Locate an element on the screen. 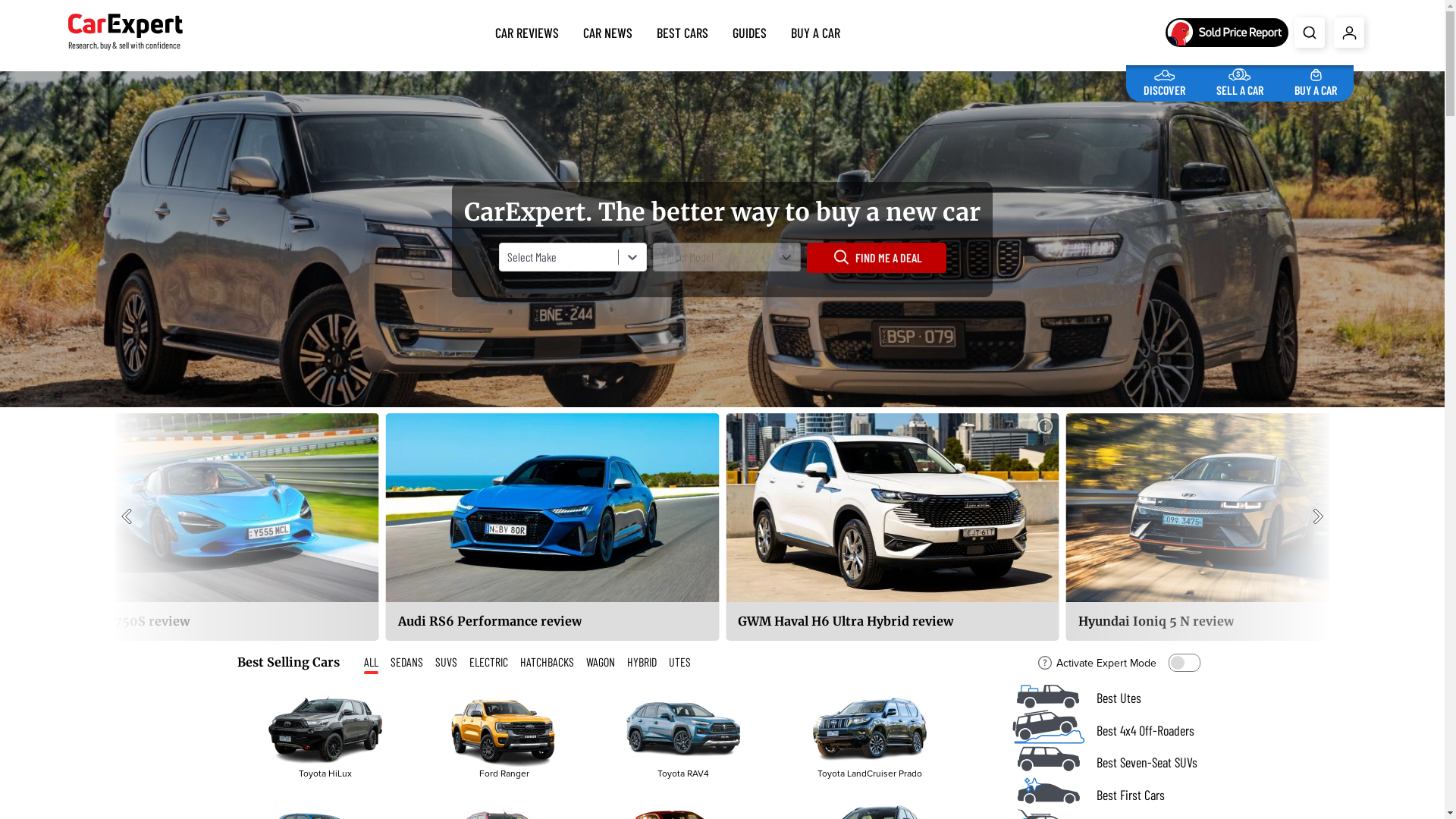 Image resolution: width=1456 pixels, height=819 pixels. 'Toyota RAV4' is located at coordinates (682, 736).